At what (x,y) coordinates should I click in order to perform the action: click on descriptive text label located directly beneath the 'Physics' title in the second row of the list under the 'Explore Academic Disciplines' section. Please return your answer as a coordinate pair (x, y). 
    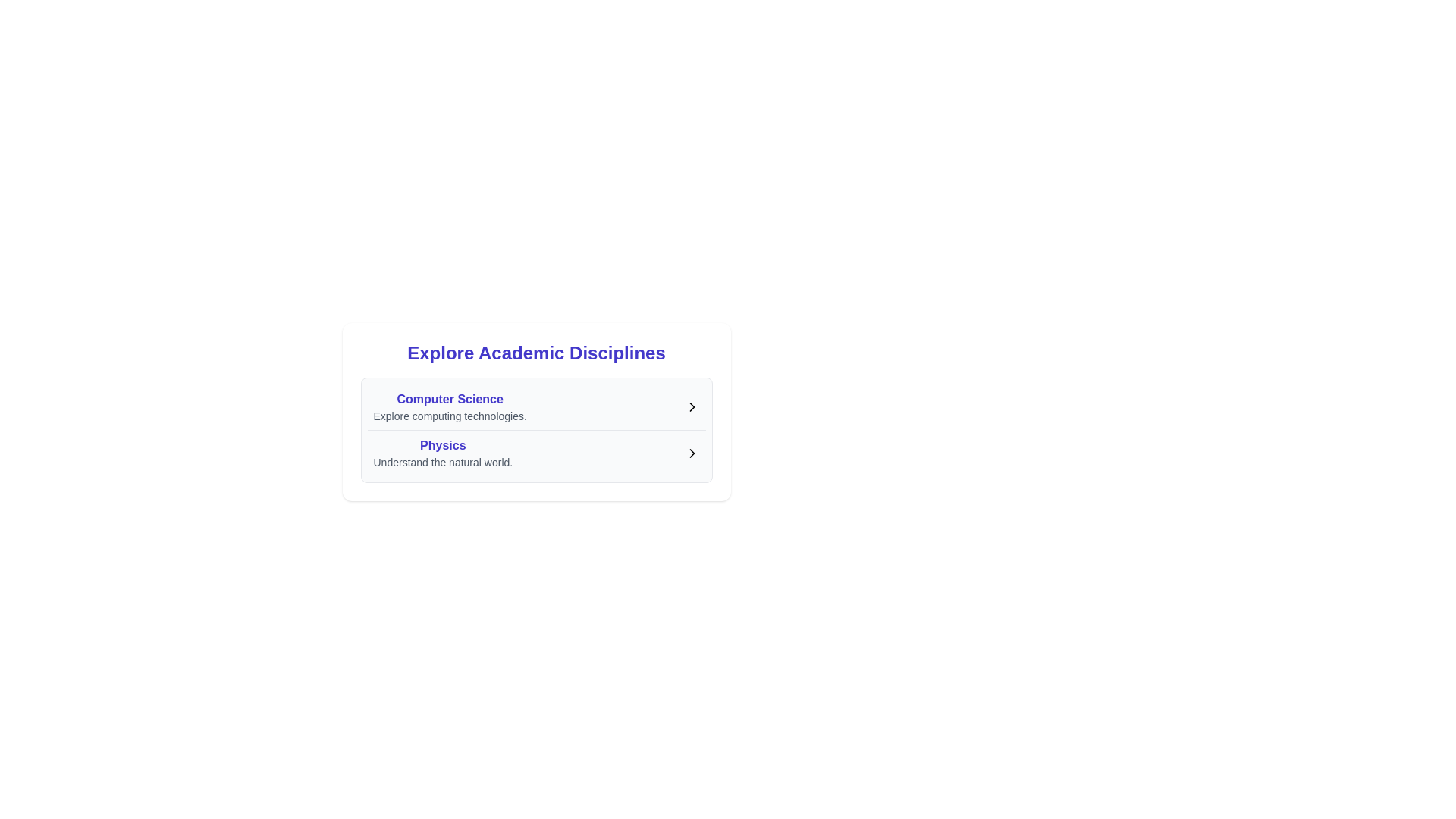
    Looking at the image, I should click on (442, 461).